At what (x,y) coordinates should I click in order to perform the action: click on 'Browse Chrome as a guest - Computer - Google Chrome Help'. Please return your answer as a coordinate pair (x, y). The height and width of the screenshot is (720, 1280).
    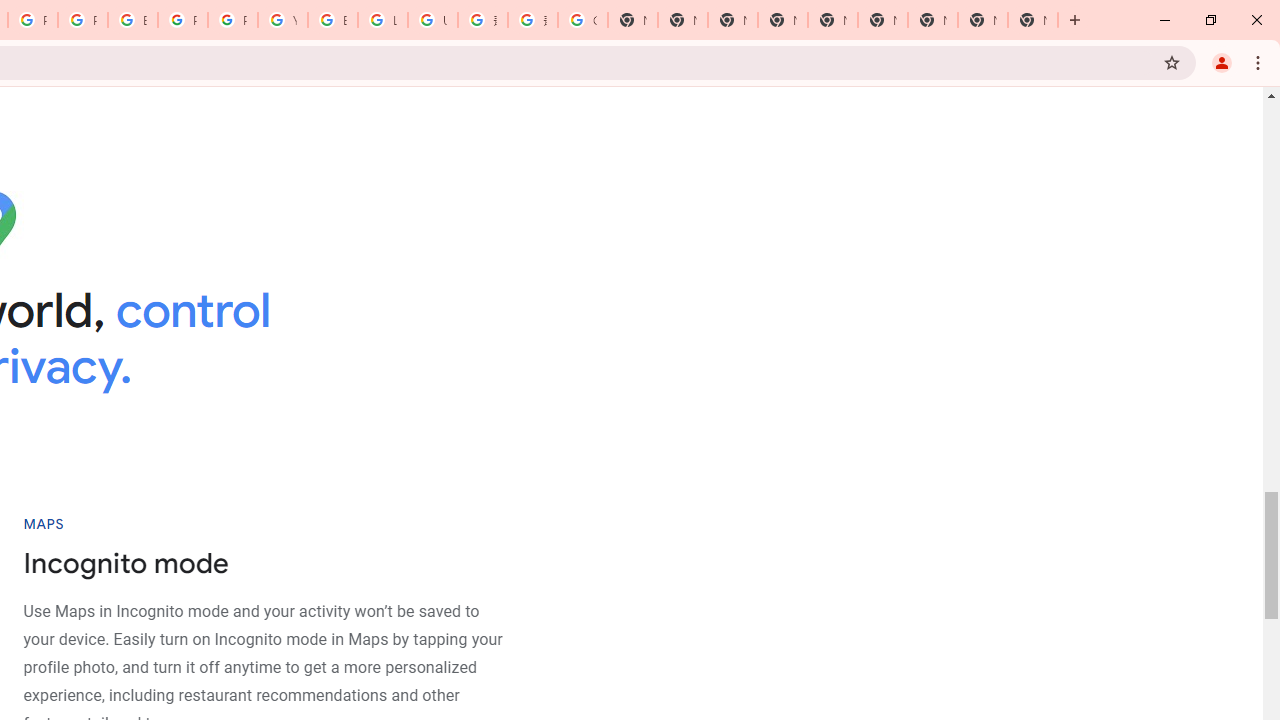
    Looking at the image, I should click on (333, 20).